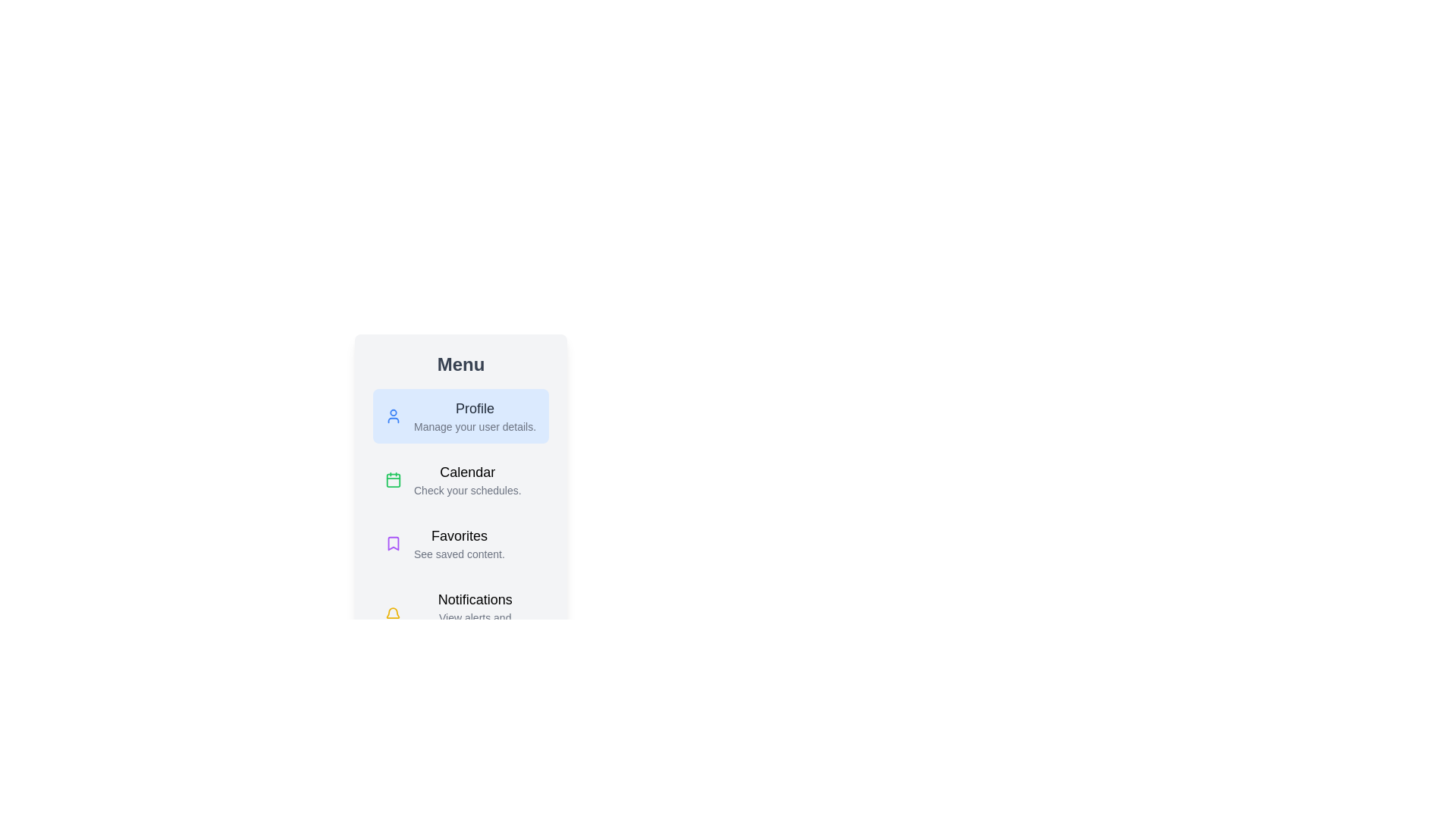 The width and height of the screenshot is (1456, 819). What do you see at coordinates (460, 543) in the screenshot?
I see `the text of the menu item Favorites for copying` at bounding box center [460, 543].